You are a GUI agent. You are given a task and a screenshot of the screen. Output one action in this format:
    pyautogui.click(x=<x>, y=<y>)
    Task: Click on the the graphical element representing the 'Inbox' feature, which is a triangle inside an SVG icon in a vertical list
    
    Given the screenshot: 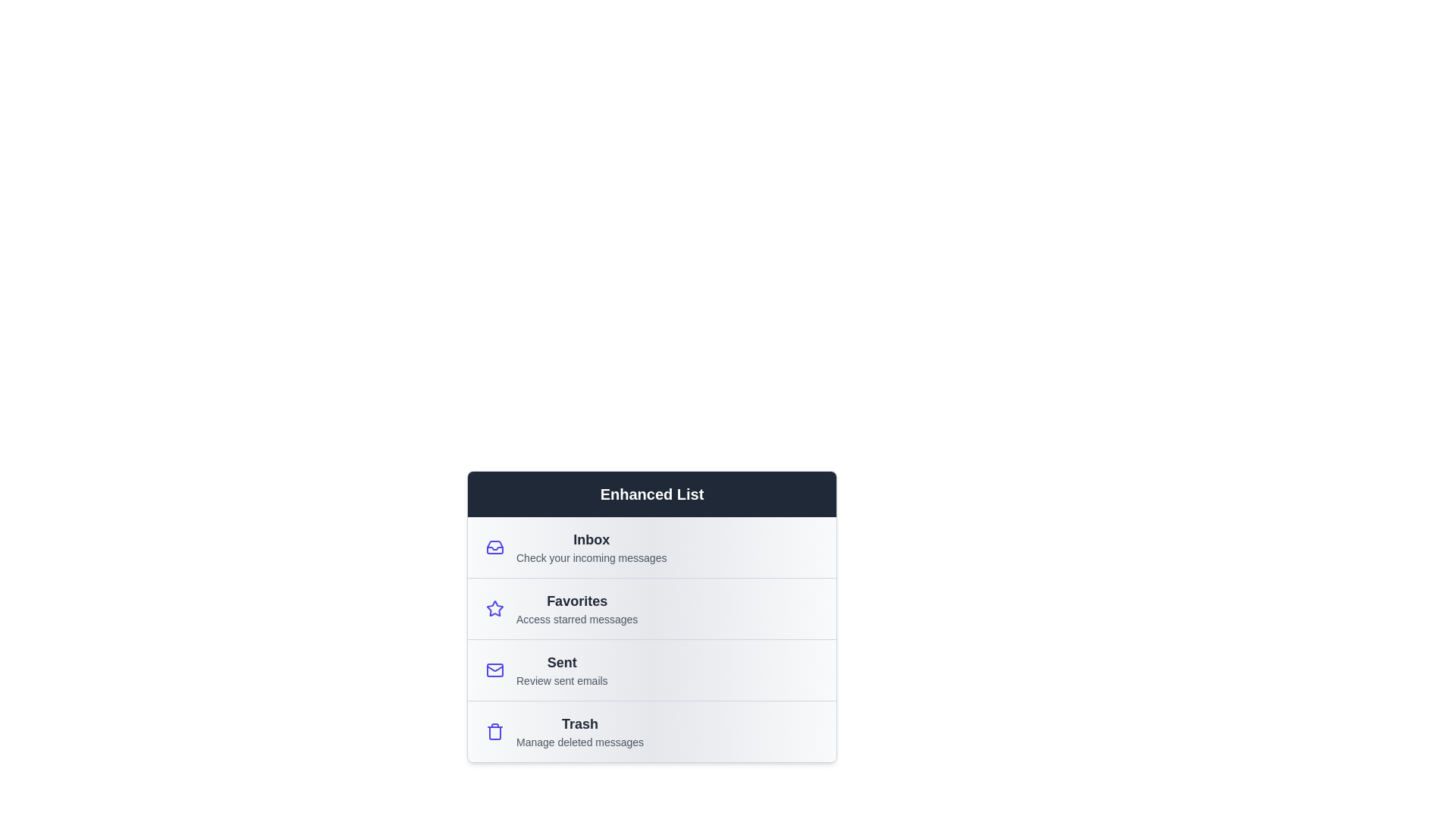 What is the action you would take?
    pyautogui.click(x=494, y=548)
    